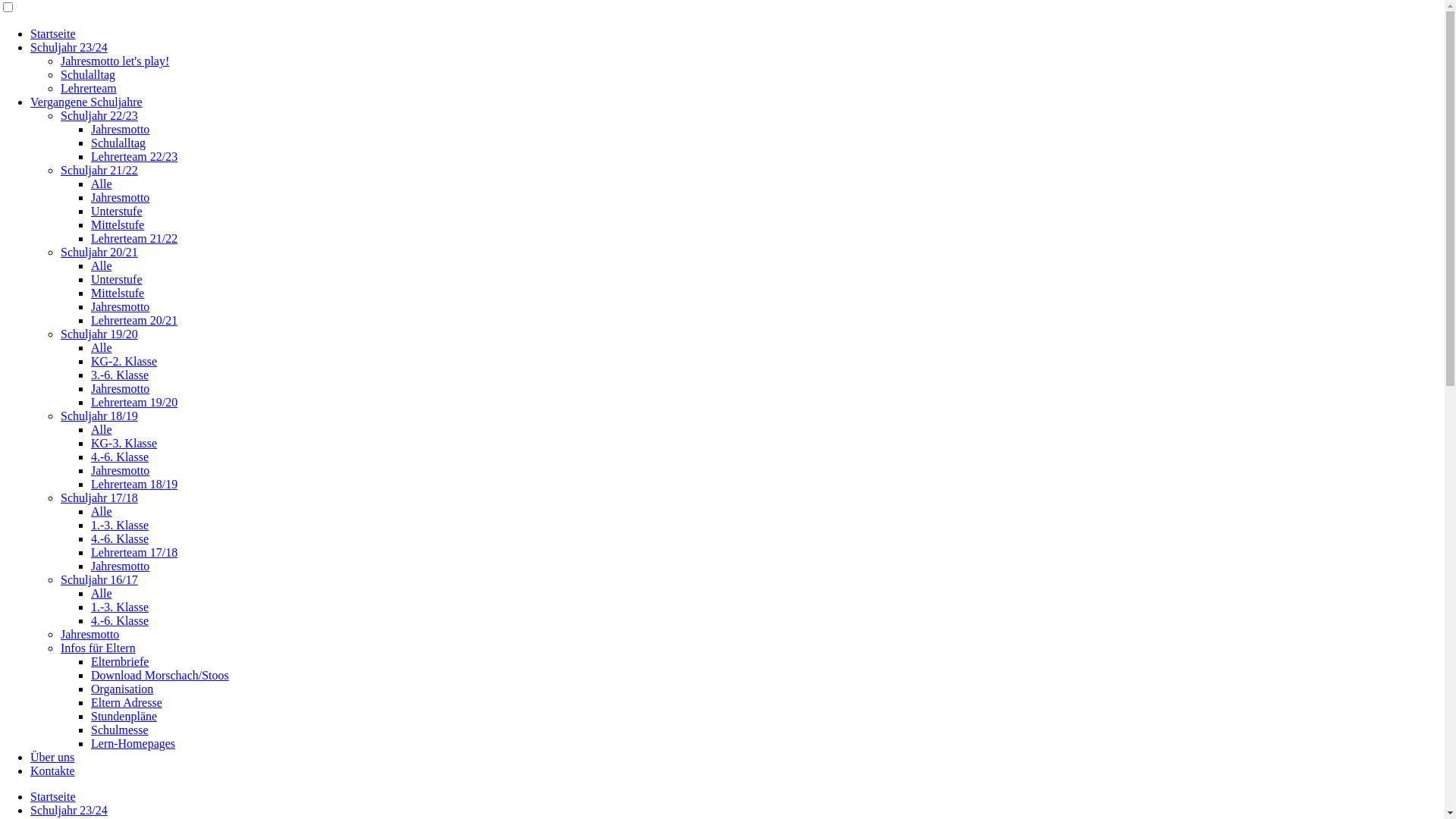  I want to click on '1.-3. Klasse', so click(119, 524).